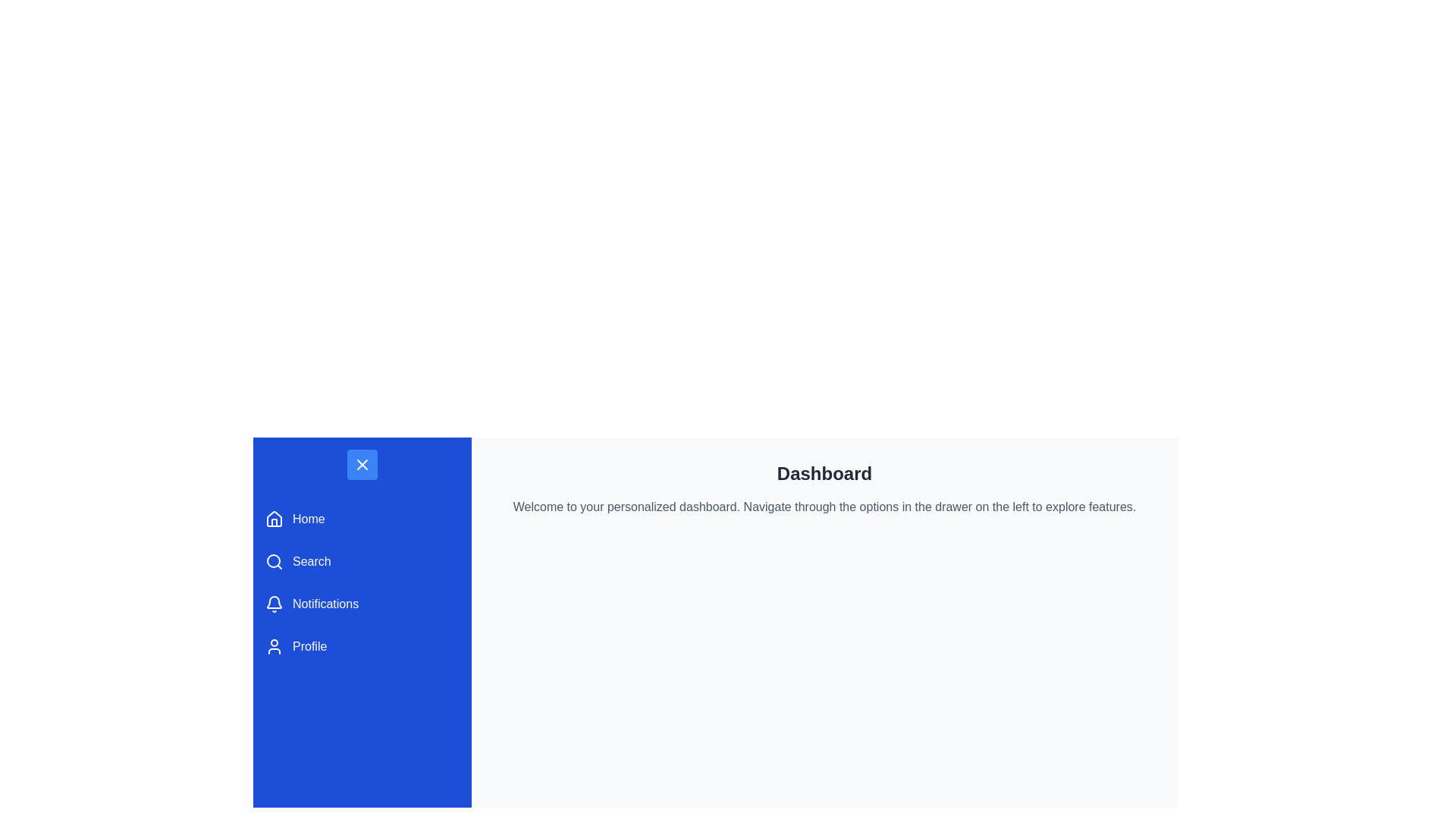  Describe the element at coordinates (274, 517) in the screenshot. I see `the house icon located in the left-side navigation drawer adjacent to the label 'Home'` at that location.